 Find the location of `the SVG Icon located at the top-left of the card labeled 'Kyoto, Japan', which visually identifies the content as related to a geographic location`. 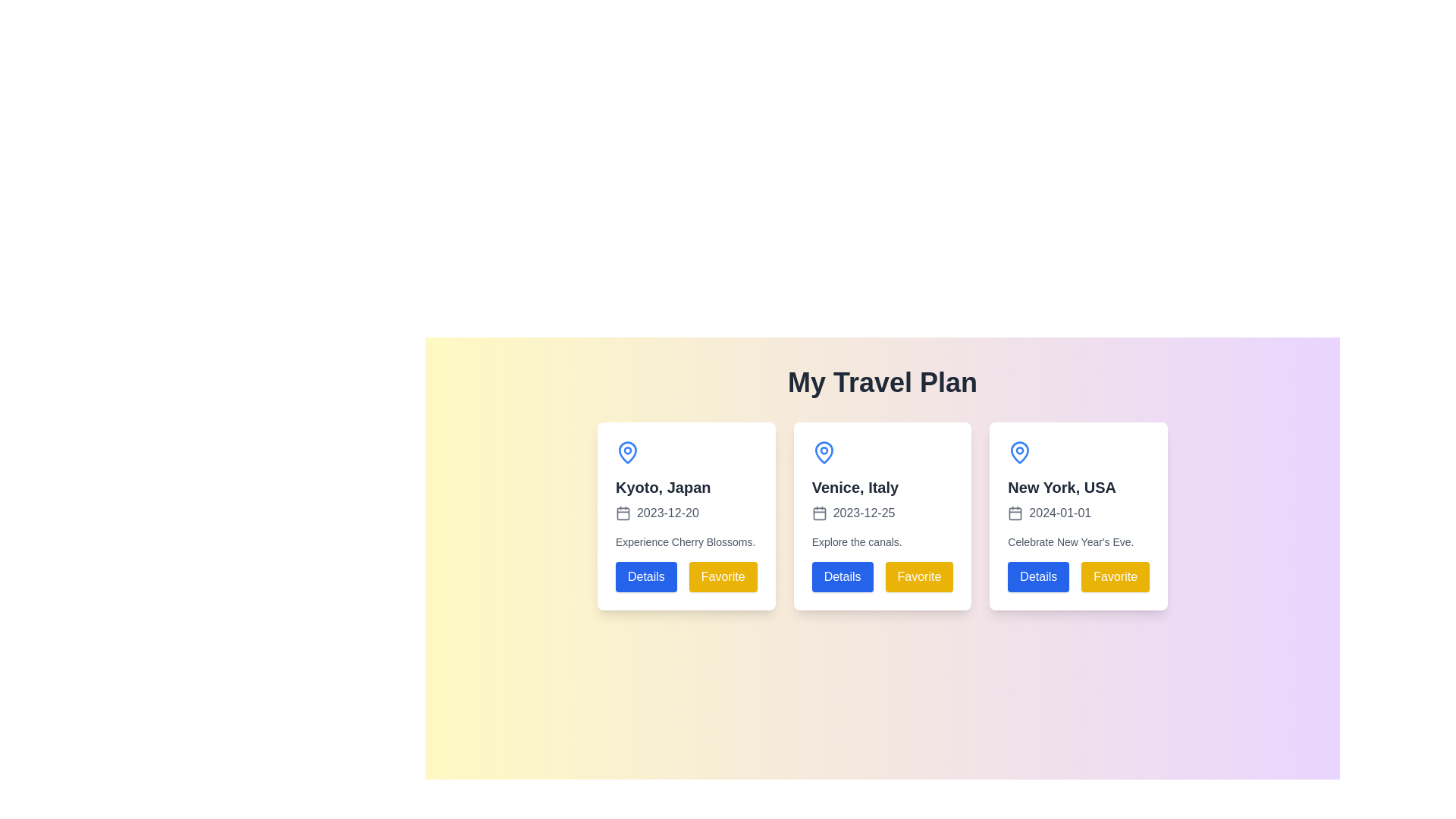

the SVG Icon located at the top-left of the card labeled 'Kyoto, Japan', which visually identifies the content as related to a geographic location is located at coordinates (627, 452).